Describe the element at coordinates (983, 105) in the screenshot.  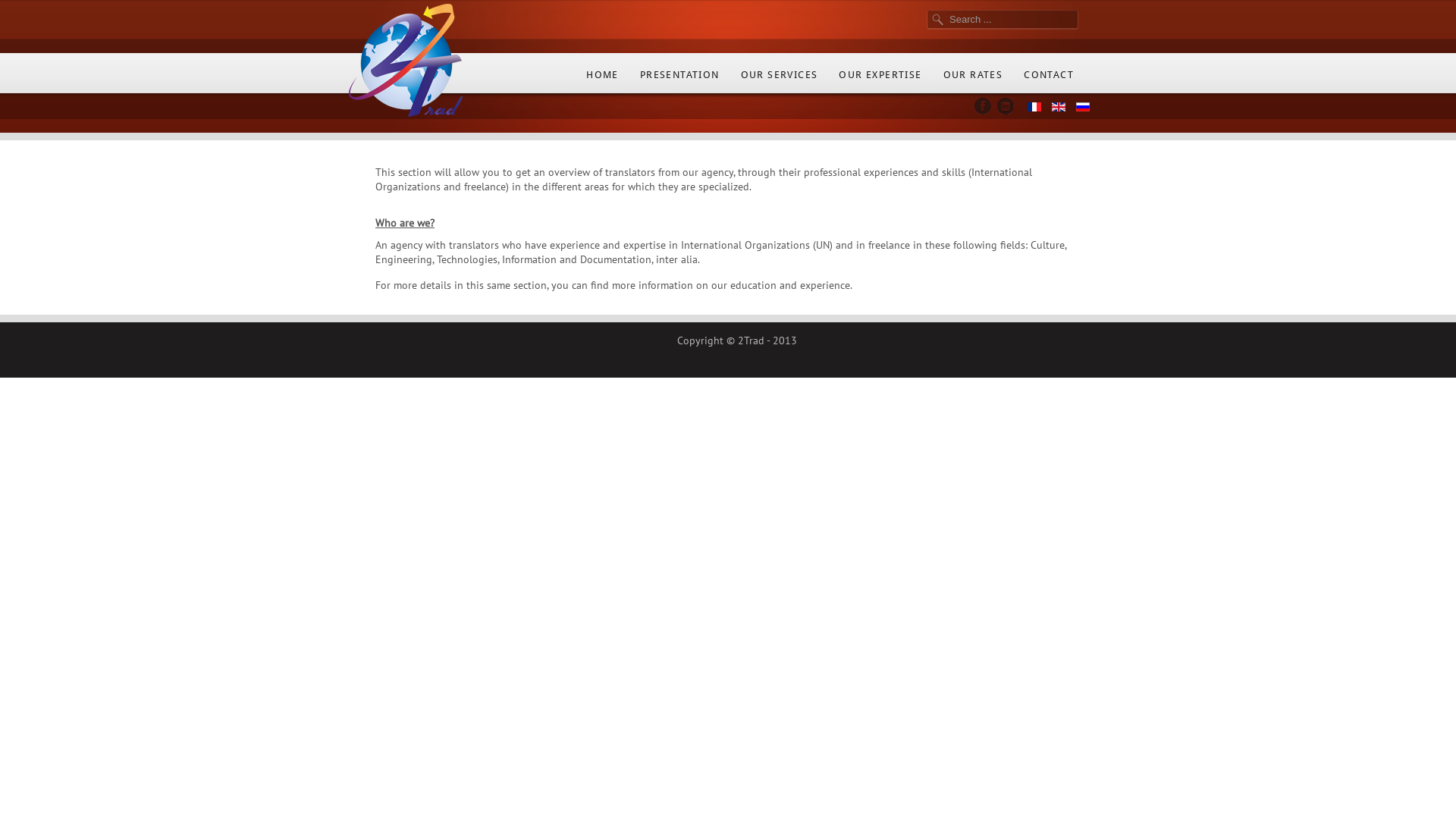
I see `'Facebook'` at that location.